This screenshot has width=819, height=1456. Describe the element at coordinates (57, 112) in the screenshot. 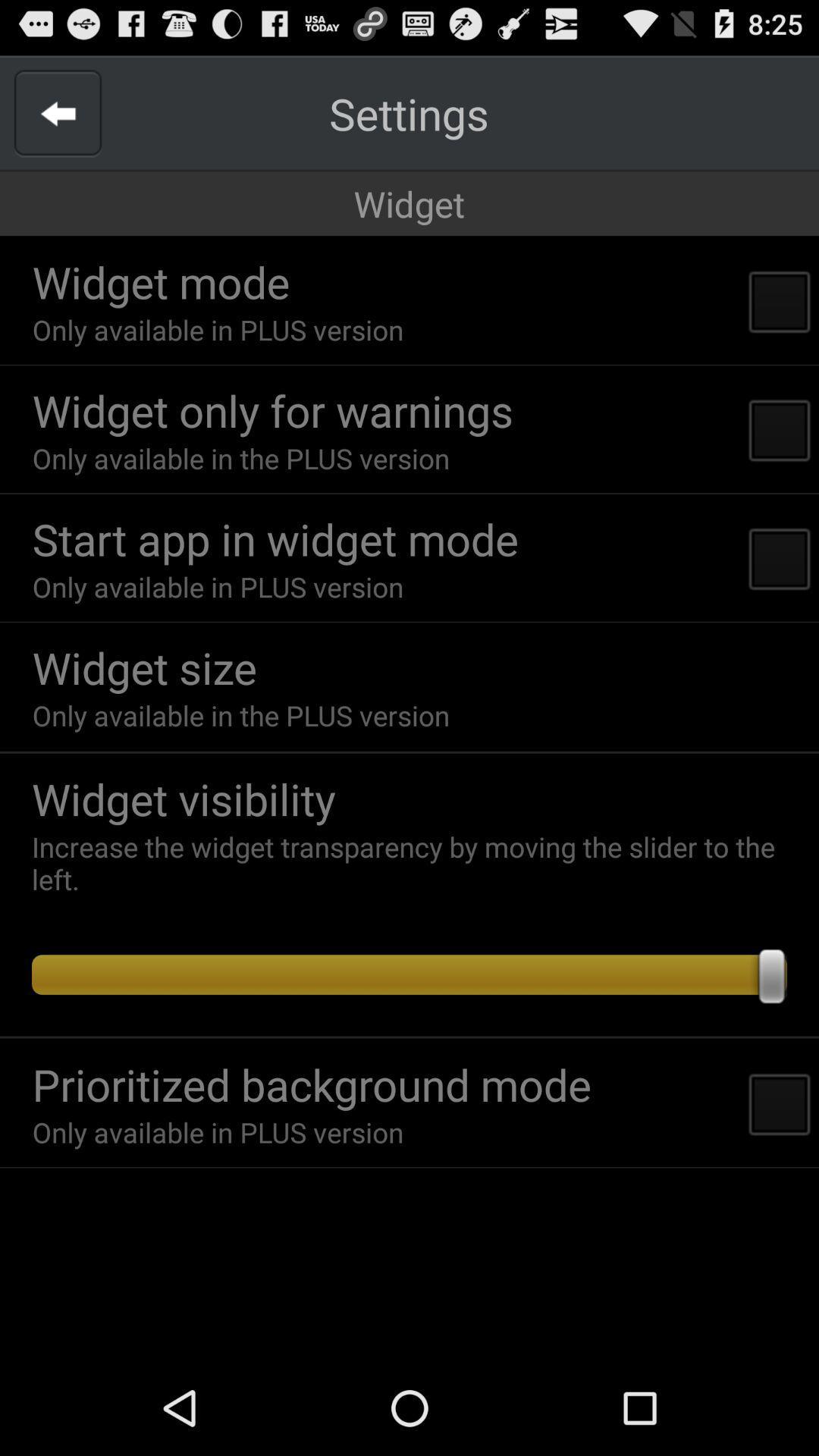

I see `item above widget` at that location.